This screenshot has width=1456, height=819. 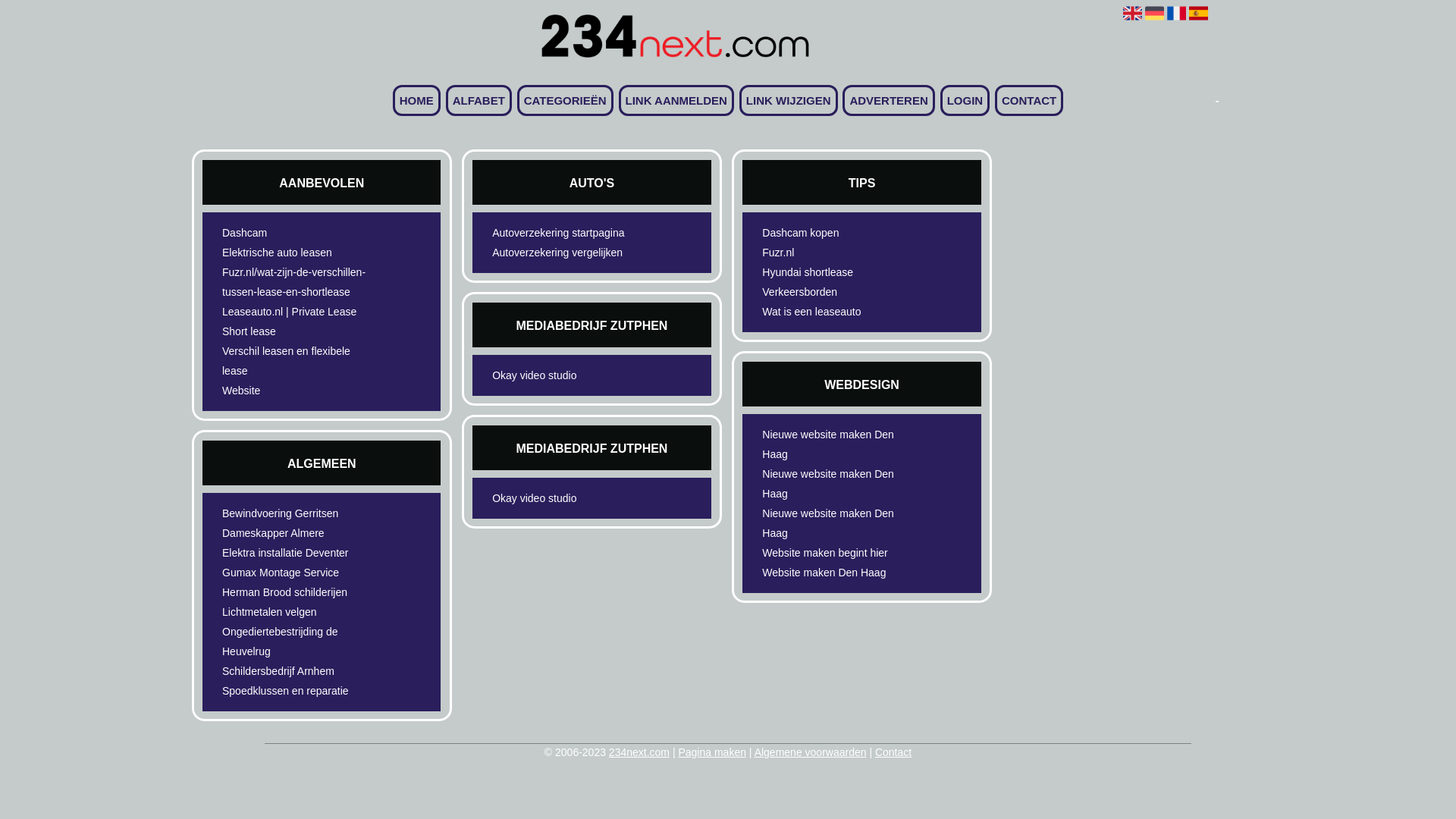 I want to click on 'Website maken begint hier', so click(x=835, y=553).